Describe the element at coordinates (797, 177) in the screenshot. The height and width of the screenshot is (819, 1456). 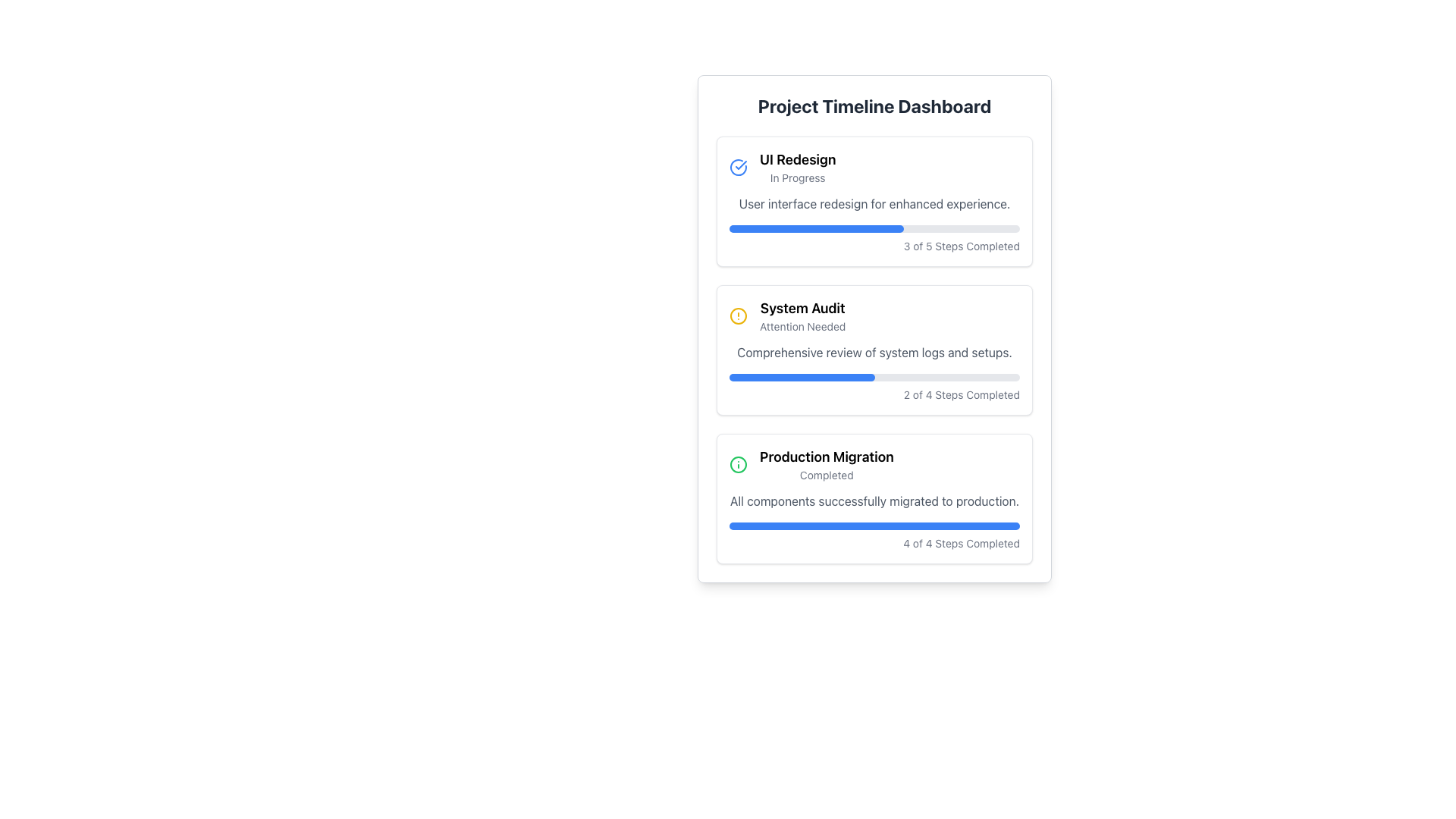
I see `the text label that says 'In Progress', which is styled in a small gray font and positioned directly below the more prominent 'UI Redesign' text in the project tasks dashboard` at that location.